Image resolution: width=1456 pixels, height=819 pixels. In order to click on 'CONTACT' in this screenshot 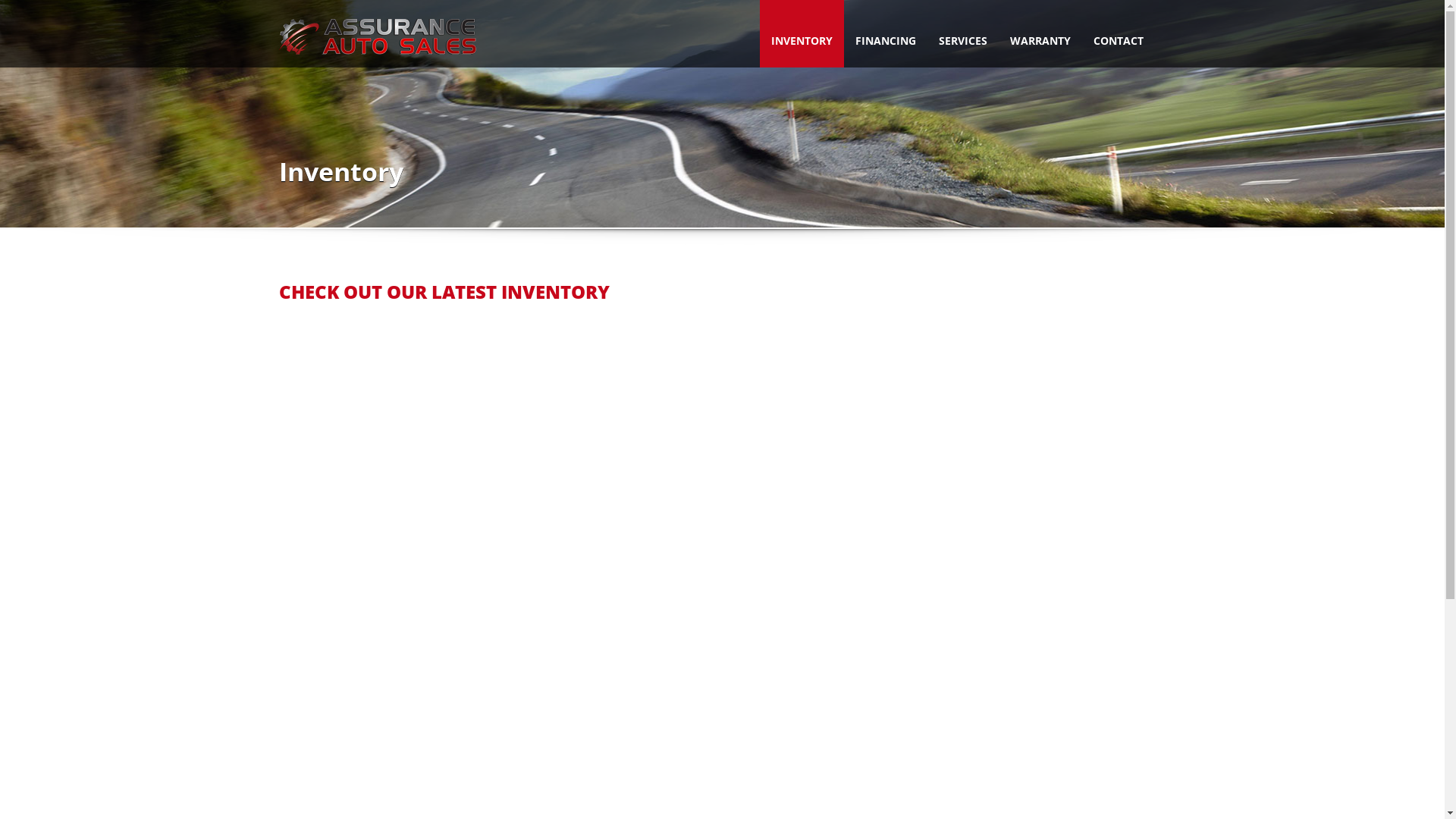, I will do `click(1117, 33)`.